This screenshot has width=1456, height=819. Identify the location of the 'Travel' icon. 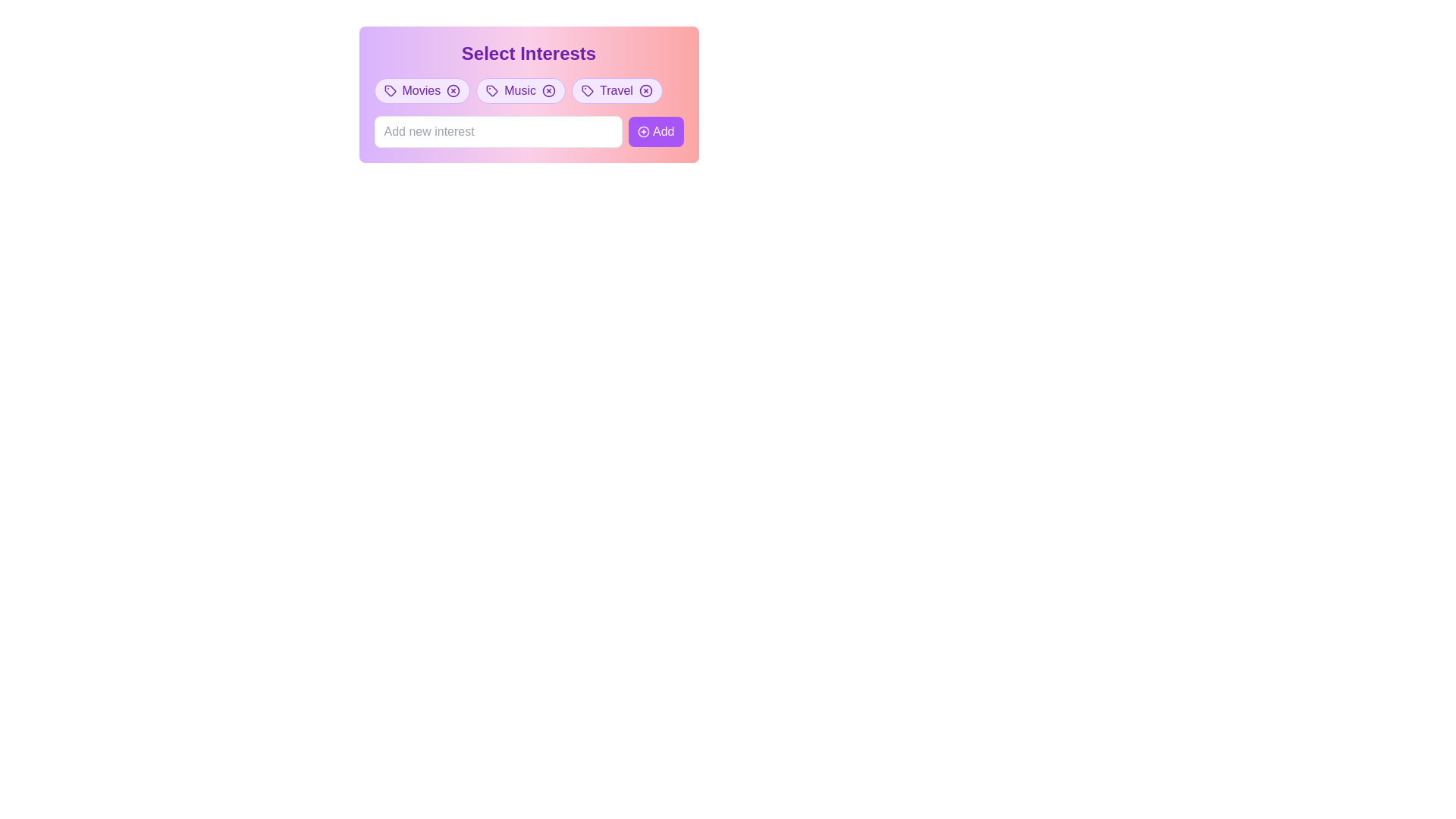
(586, 90).